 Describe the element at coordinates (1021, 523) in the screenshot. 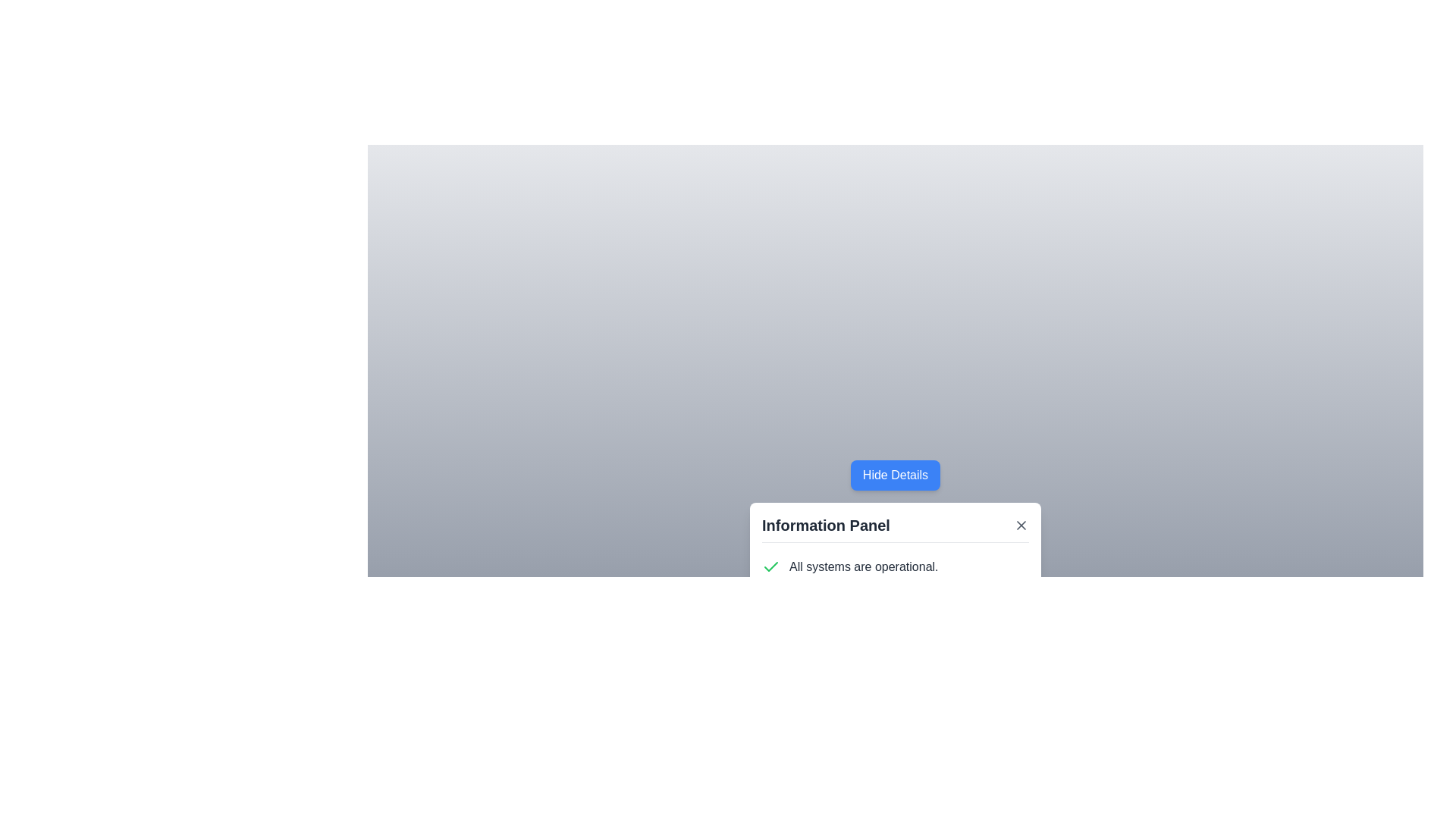

I see `the Close button located in the top-right corner of the 'Information Panel' to change its appearance` at that location.